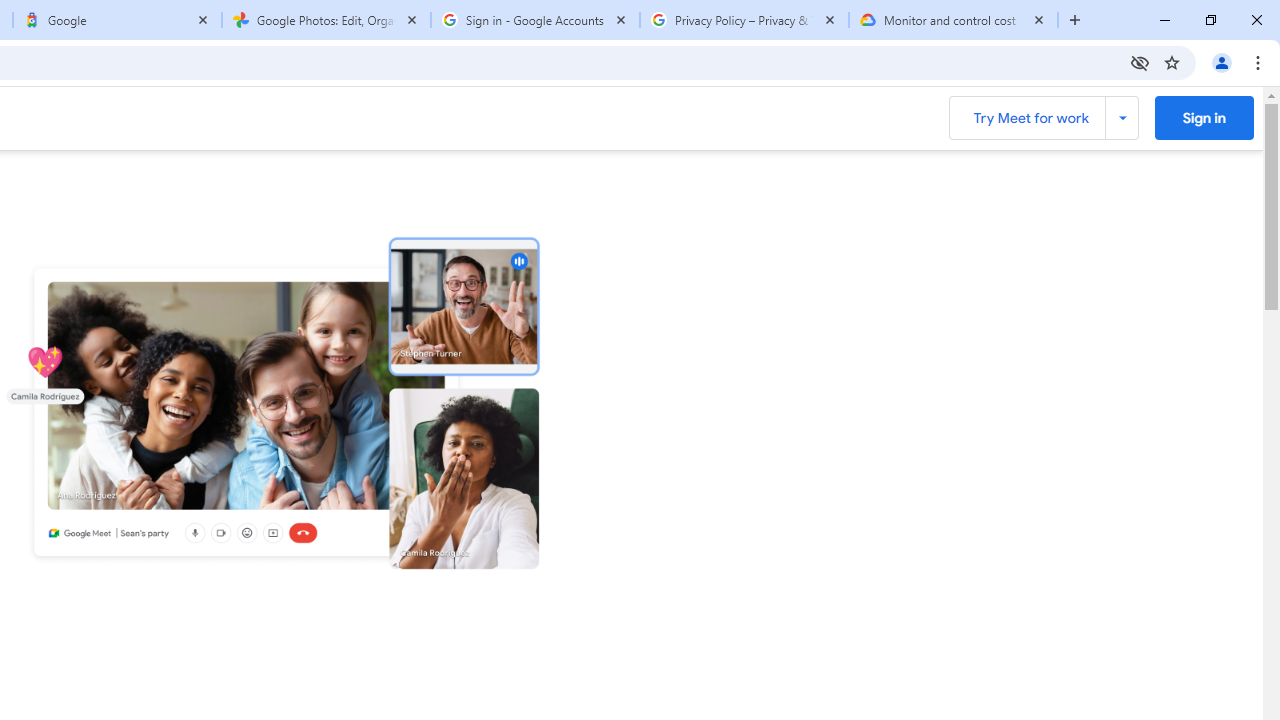  Describe the element at coordinates (1203, 117) in the screenshot. I see `'Sign into Google Meet '` at that location.